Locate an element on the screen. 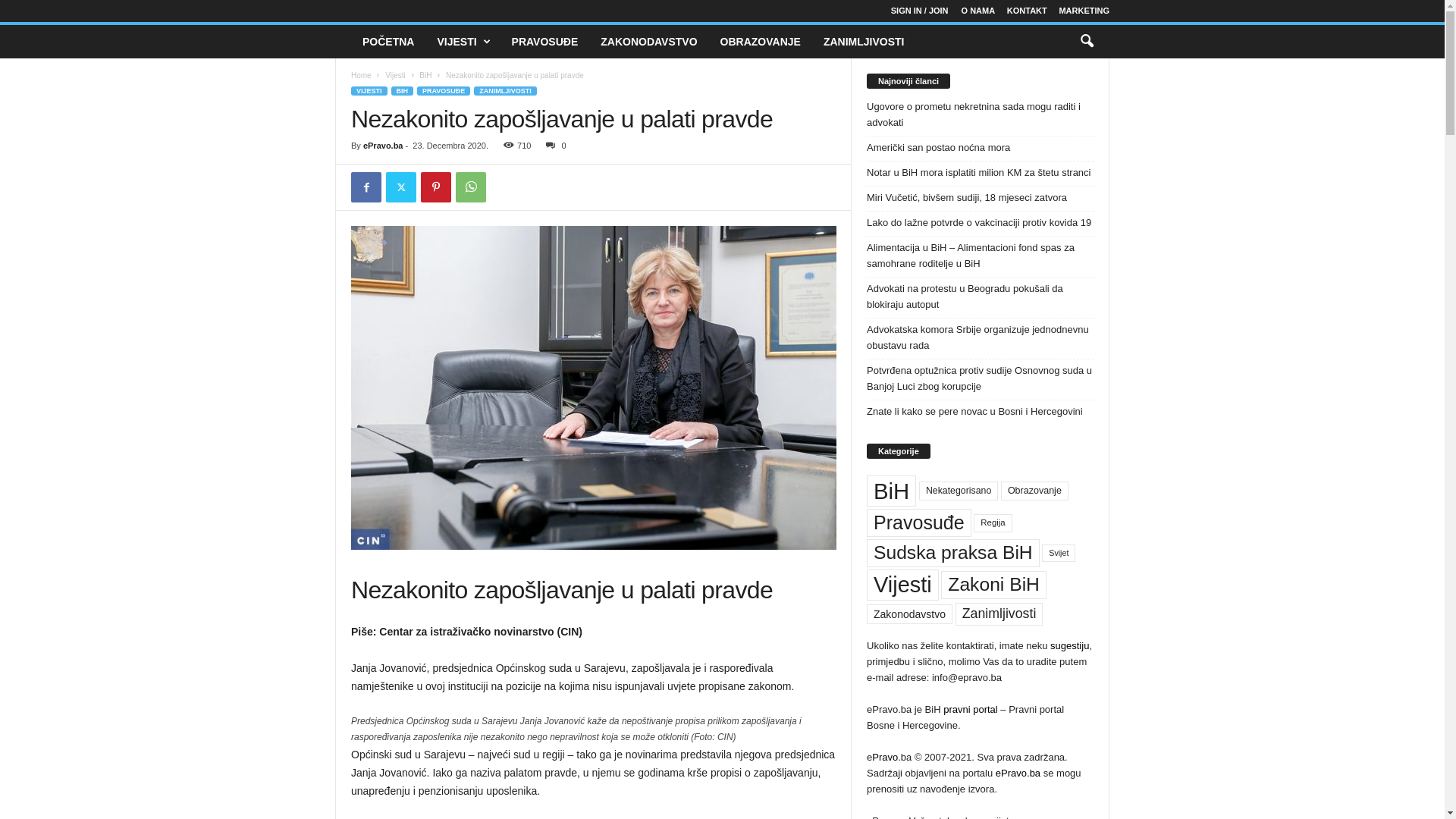  'Obrazovanje' is located at coordinates (1034, 491).